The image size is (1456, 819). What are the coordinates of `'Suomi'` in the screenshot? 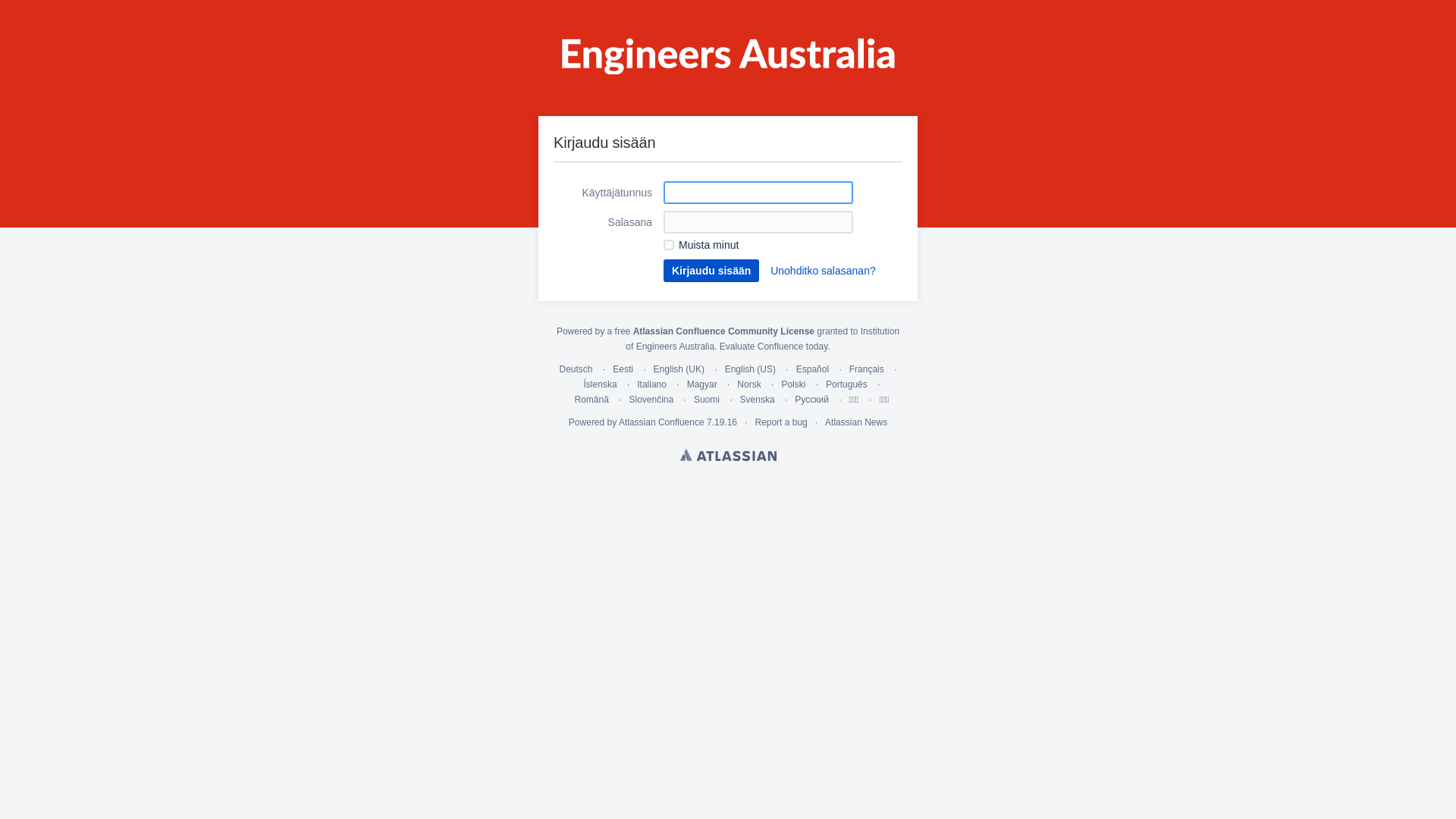 It's located at (705, 399).